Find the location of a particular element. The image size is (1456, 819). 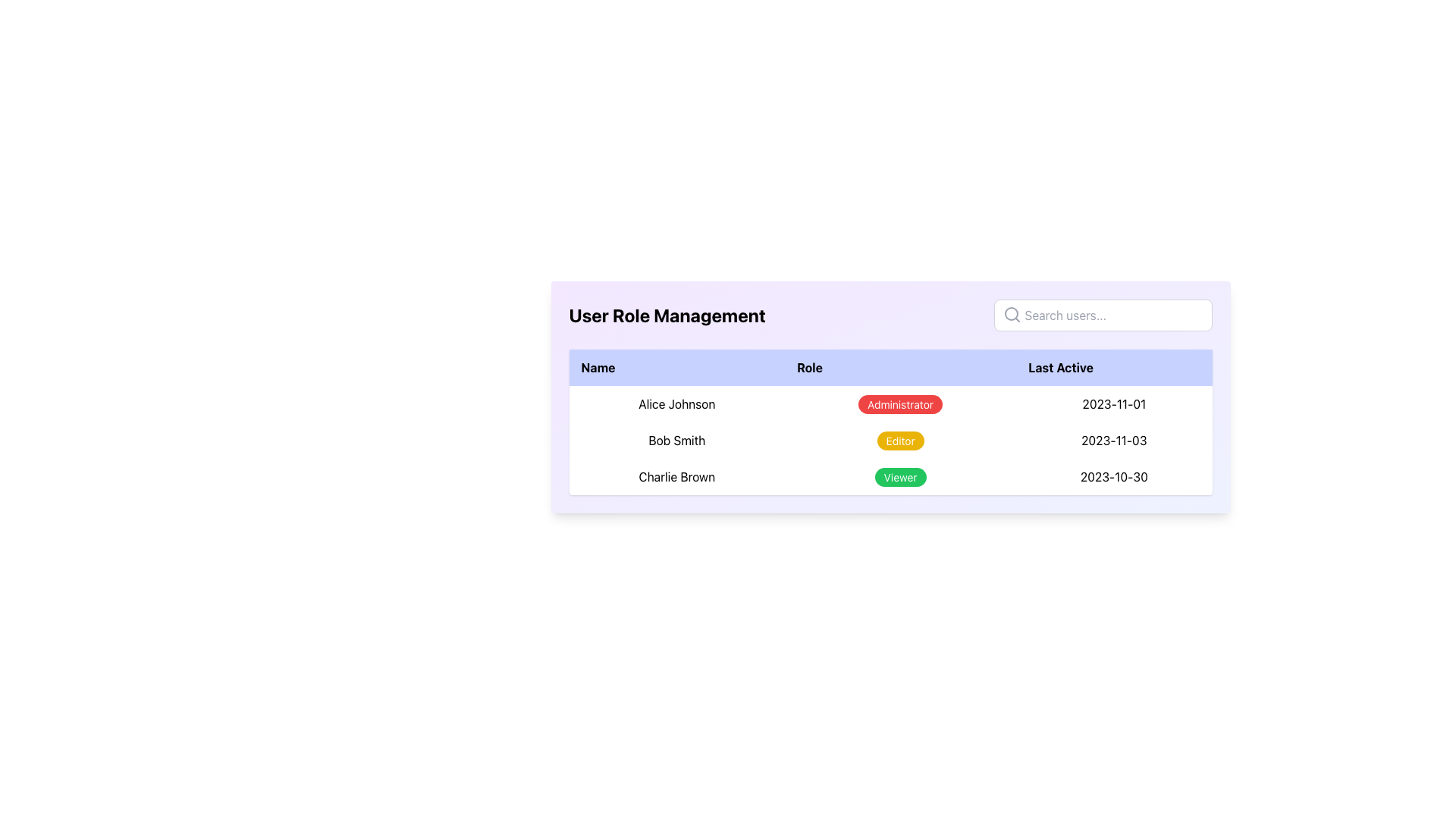

the bold heading 'User Role Management' located at the top-left corner of the user interface card, above the search bar and user roles table is located at coordinates (667, 315).